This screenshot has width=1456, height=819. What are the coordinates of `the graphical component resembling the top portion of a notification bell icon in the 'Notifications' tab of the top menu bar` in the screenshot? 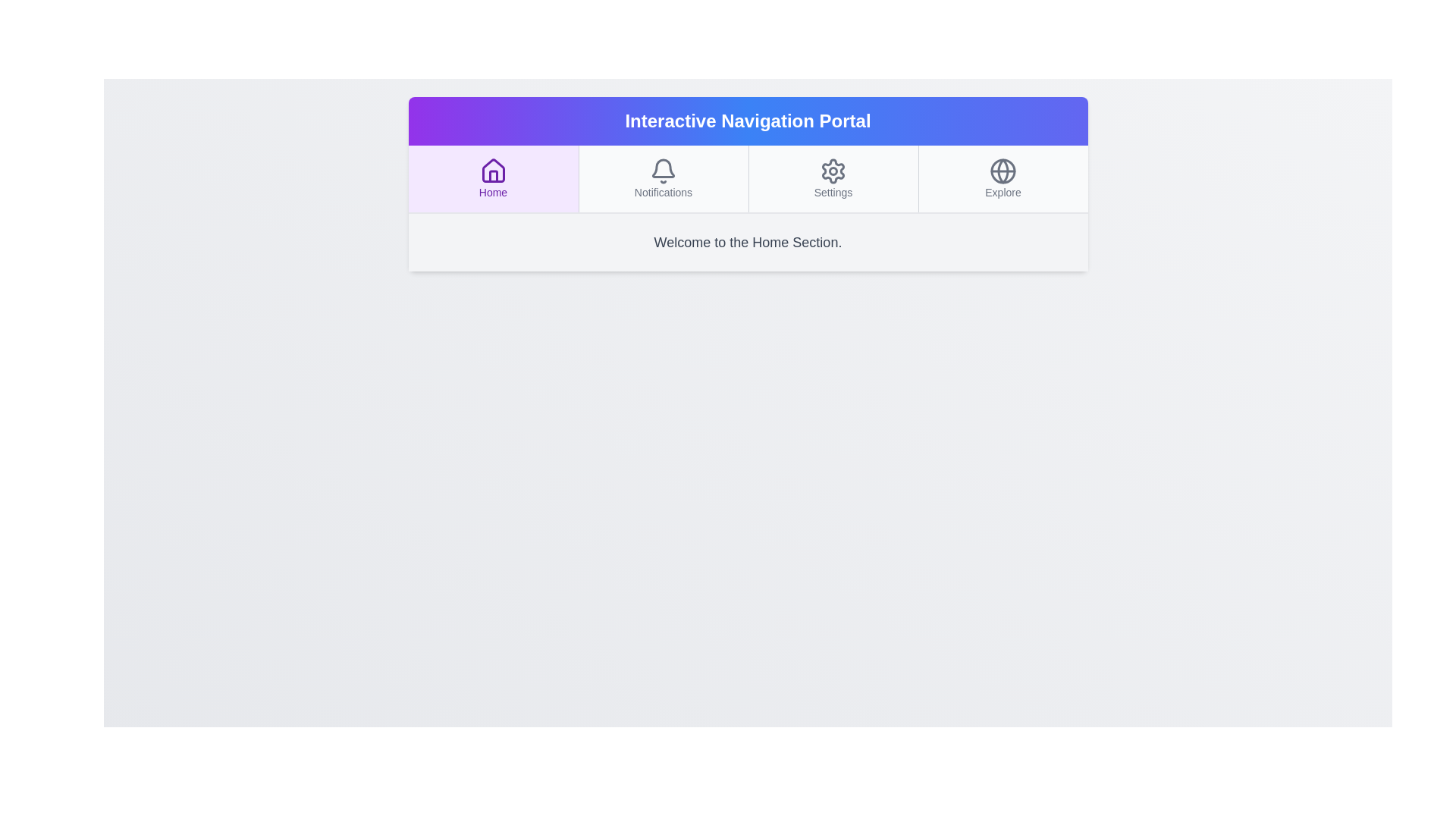 It's located at (663, 168).